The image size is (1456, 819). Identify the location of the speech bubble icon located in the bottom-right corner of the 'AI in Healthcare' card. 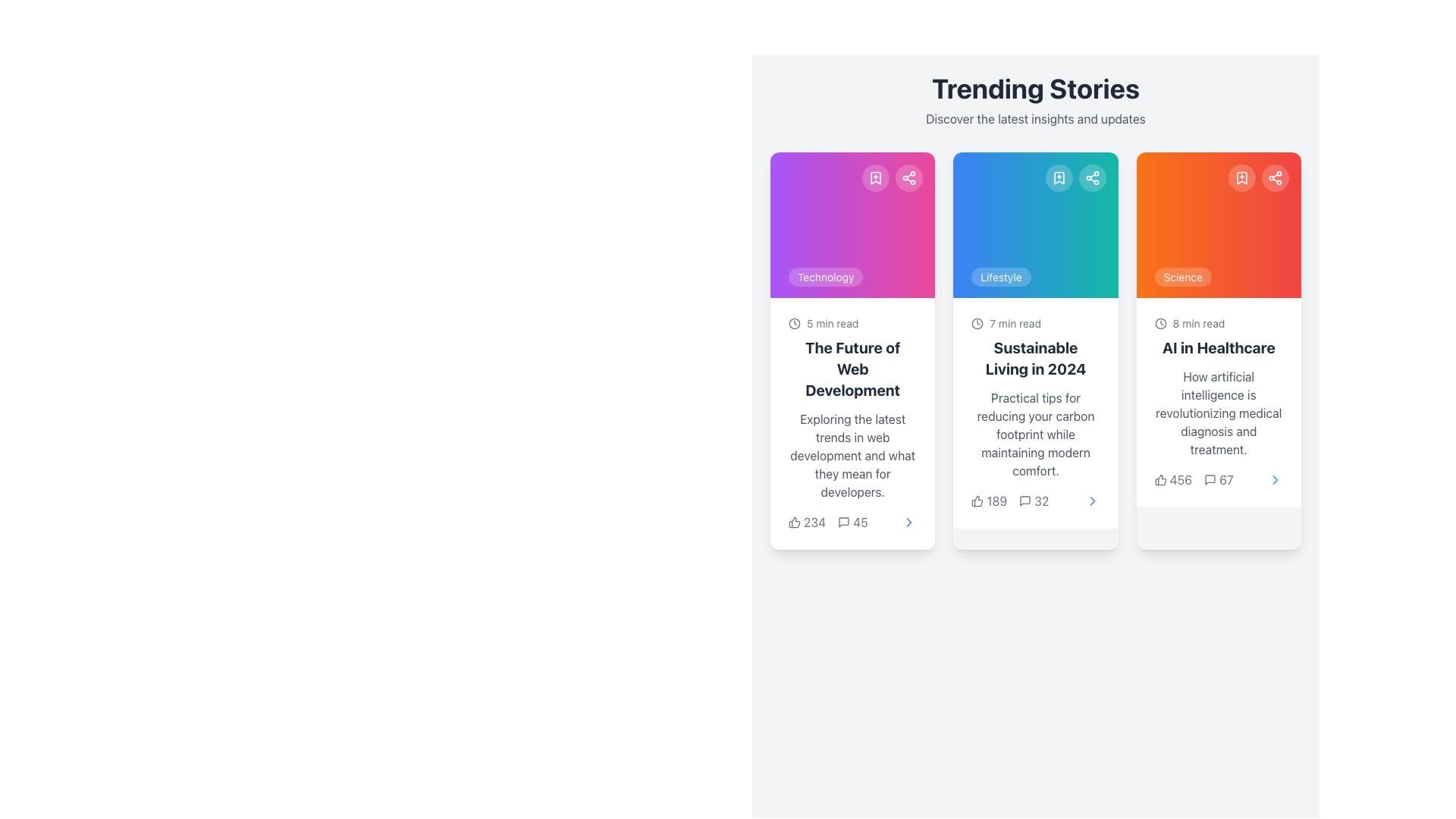
(1210, 479).